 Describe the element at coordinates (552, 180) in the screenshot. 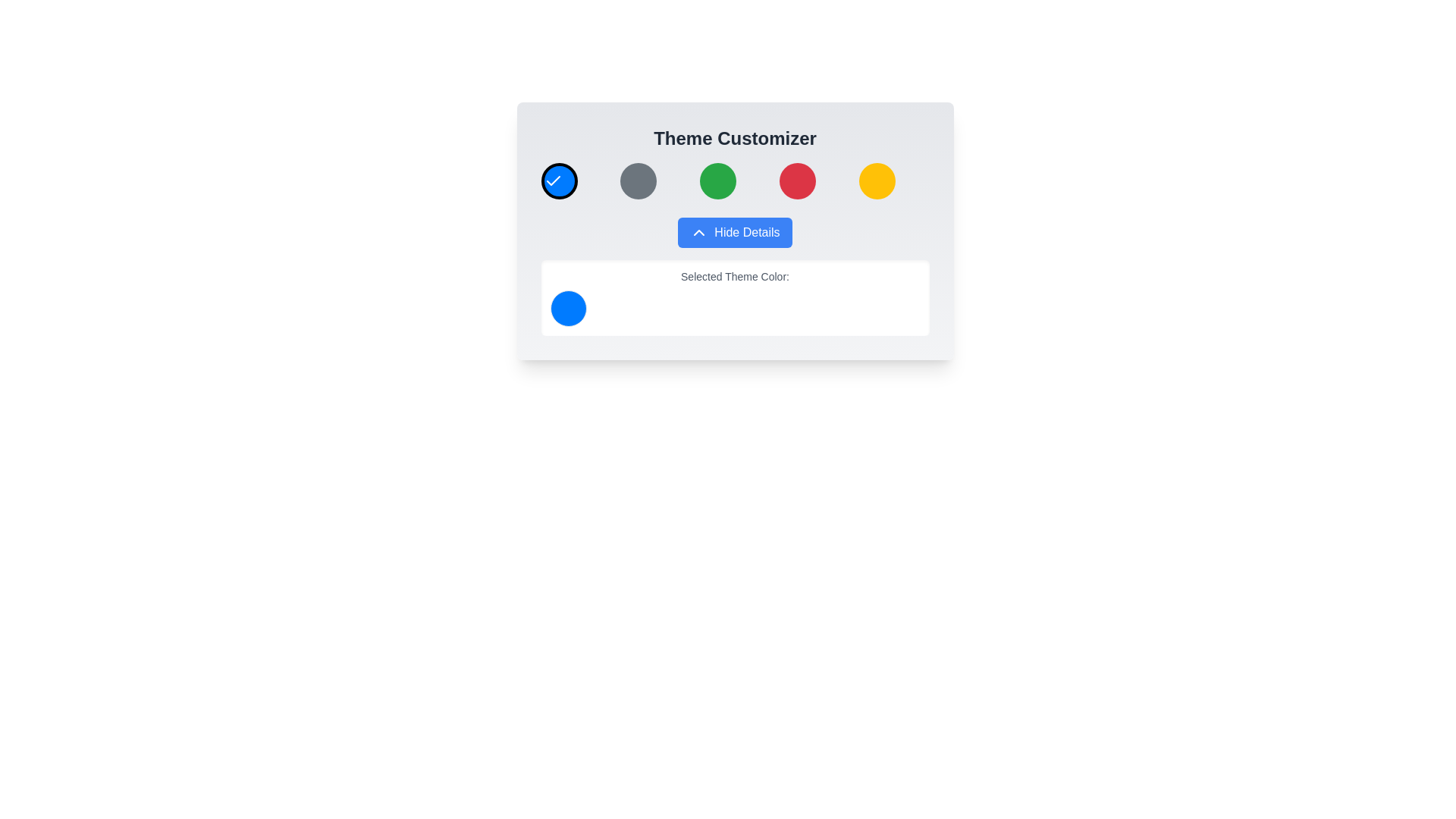

I see `the selected checkmark icon within the circular blue background button located in the theme customization section` at that location.